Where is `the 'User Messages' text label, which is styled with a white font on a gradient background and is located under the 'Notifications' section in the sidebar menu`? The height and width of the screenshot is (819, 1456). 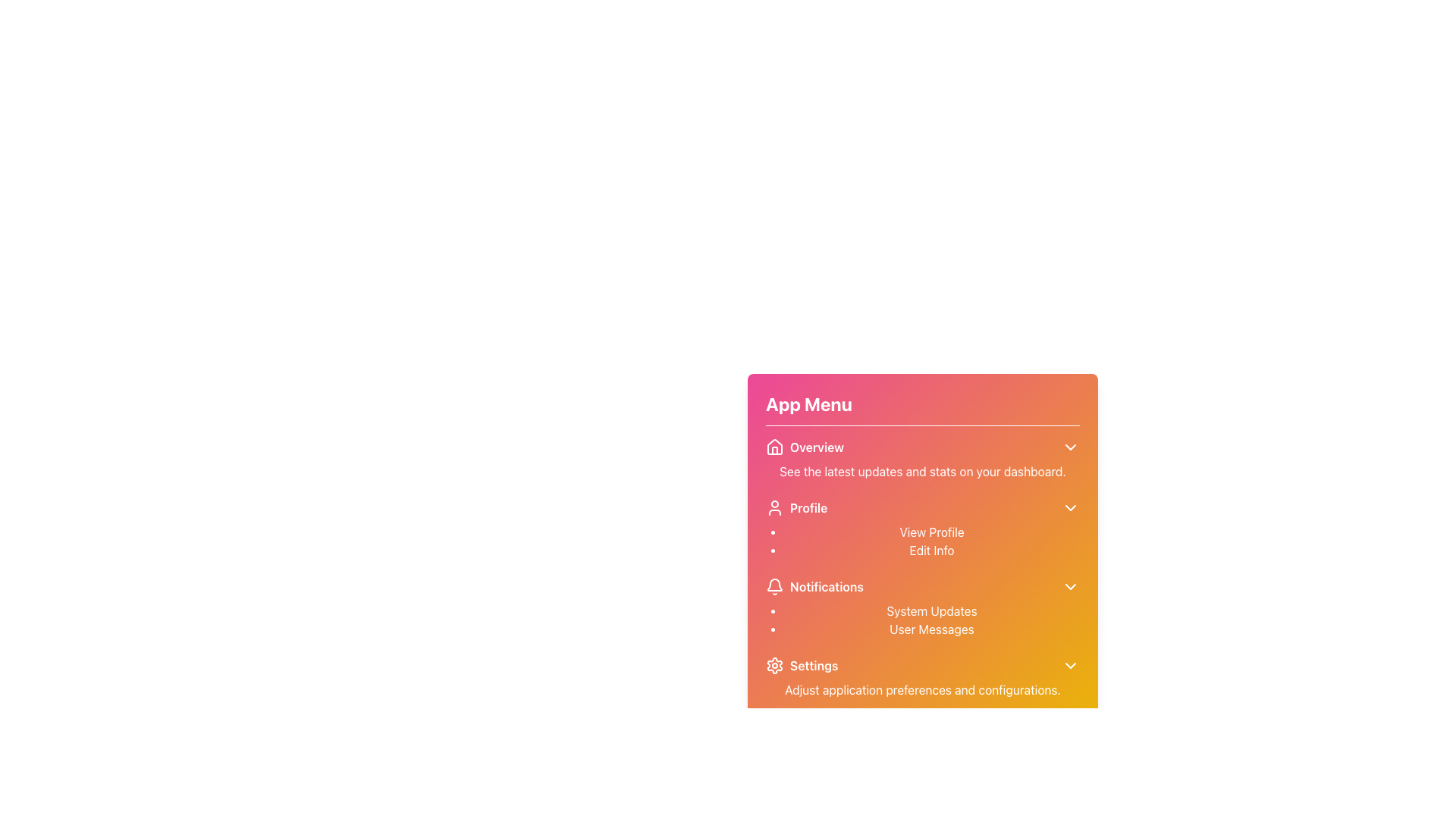
the 'User Messages' text label, which is styled with a white font on a gradient background and is located under the 'Notifications' section in the sidebar menu is located at coordinates (930, 629).